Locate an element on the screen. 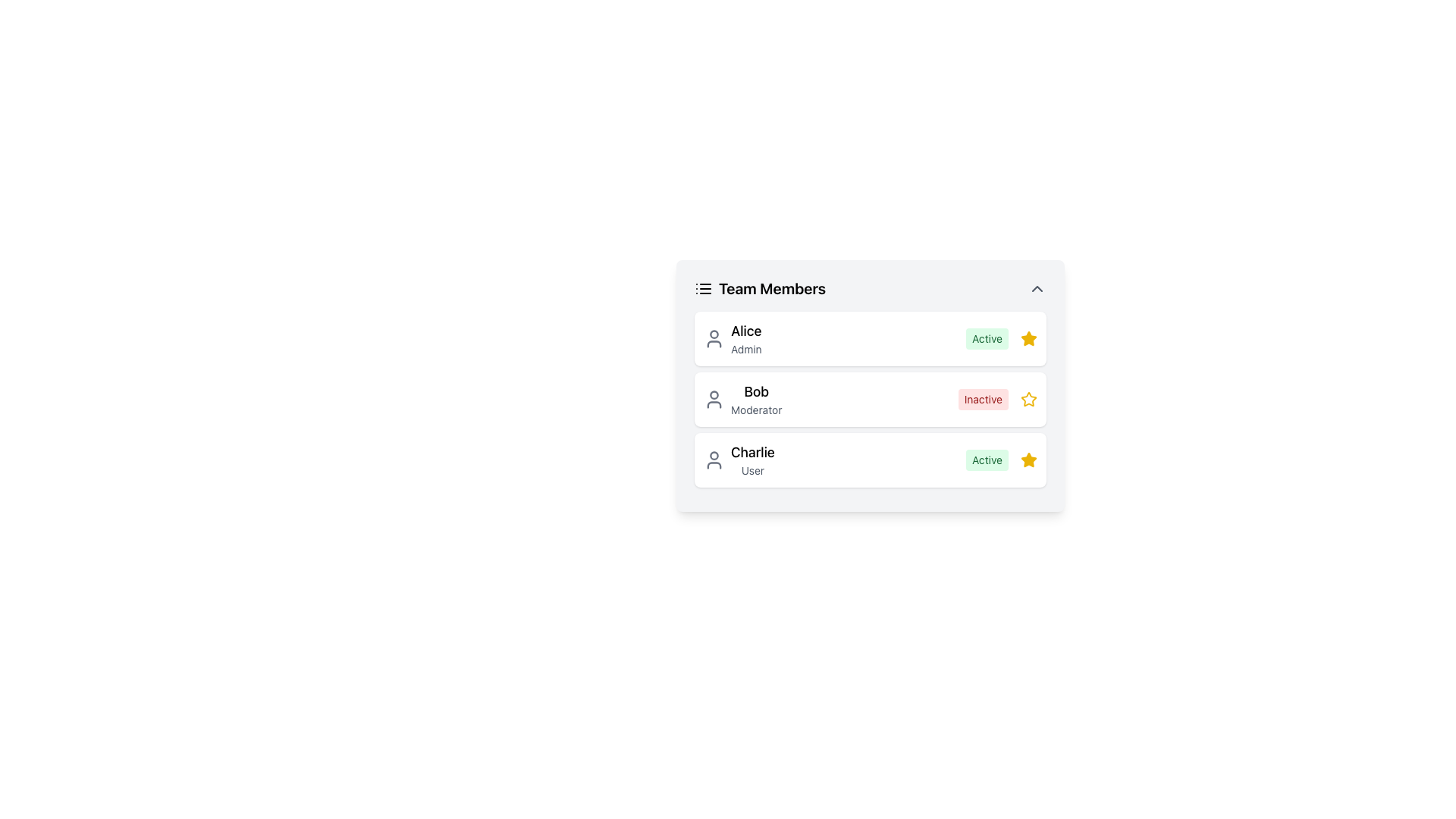 The height and width of the screenshot is (819, 1456). the badge indicating the status of the team member 'Alice', located in the first row under the 'Team Members' section is located at coordinates (987, 338).